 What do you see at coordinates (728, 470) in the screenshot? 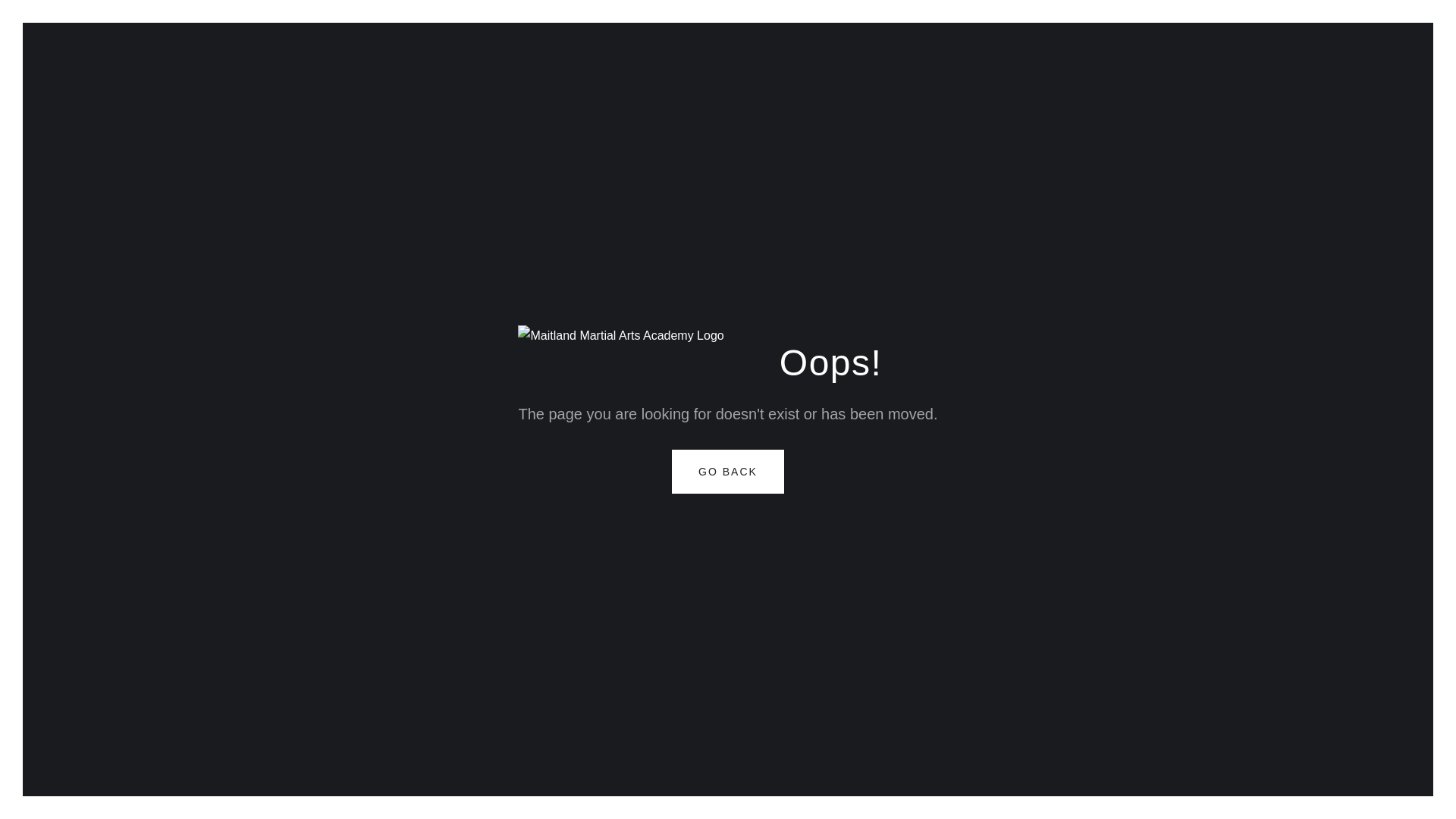
I see `'GO BACK'` at bounding box center [728, 470].